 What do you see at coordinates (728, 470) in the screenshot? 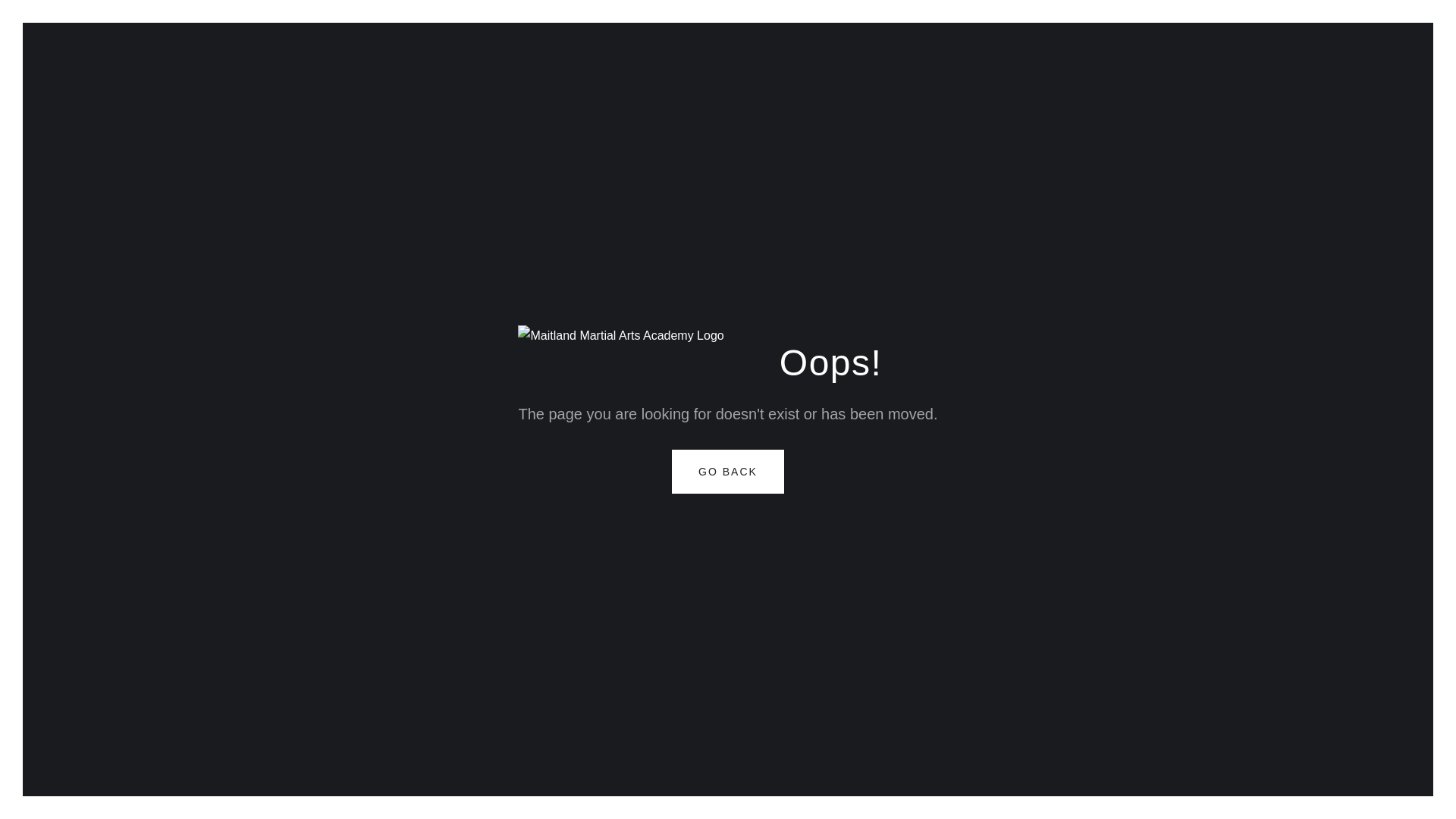
I see `'GO BACK'` at bounding box center [728, 470].